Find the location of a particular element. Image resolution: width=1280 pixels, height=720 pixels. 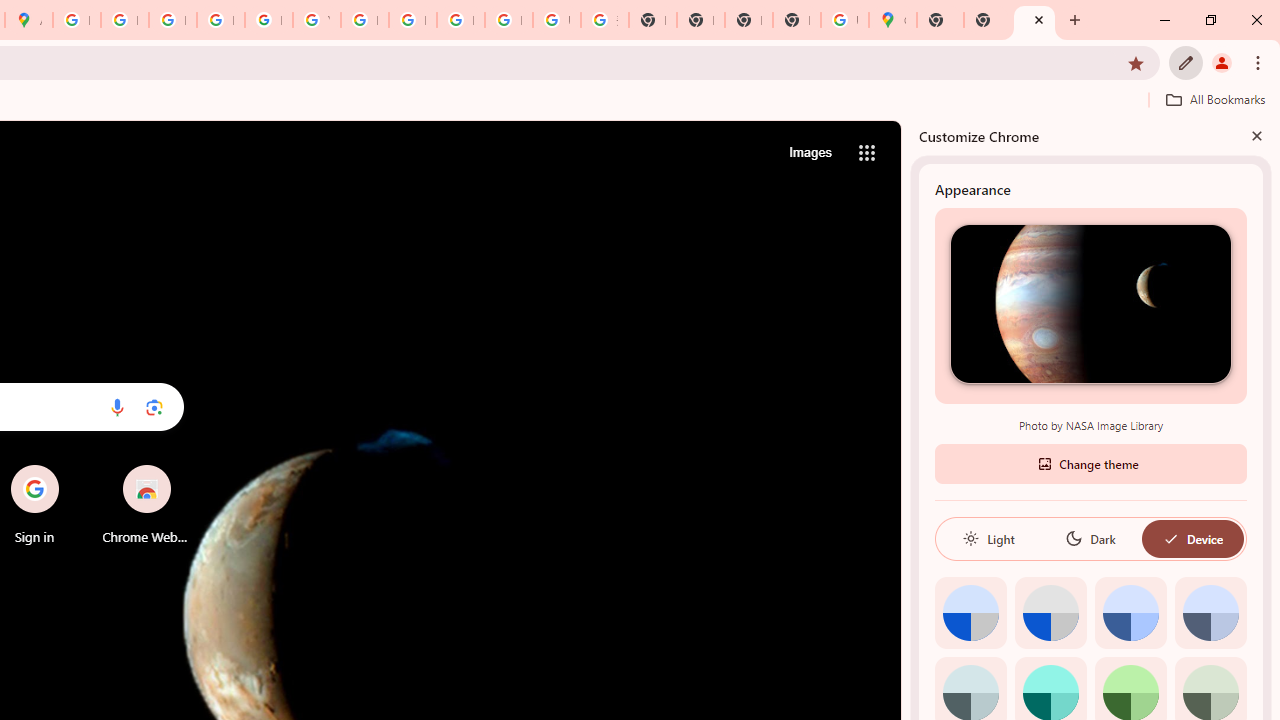

'Change theme' is located at coordinates (1089, 463).